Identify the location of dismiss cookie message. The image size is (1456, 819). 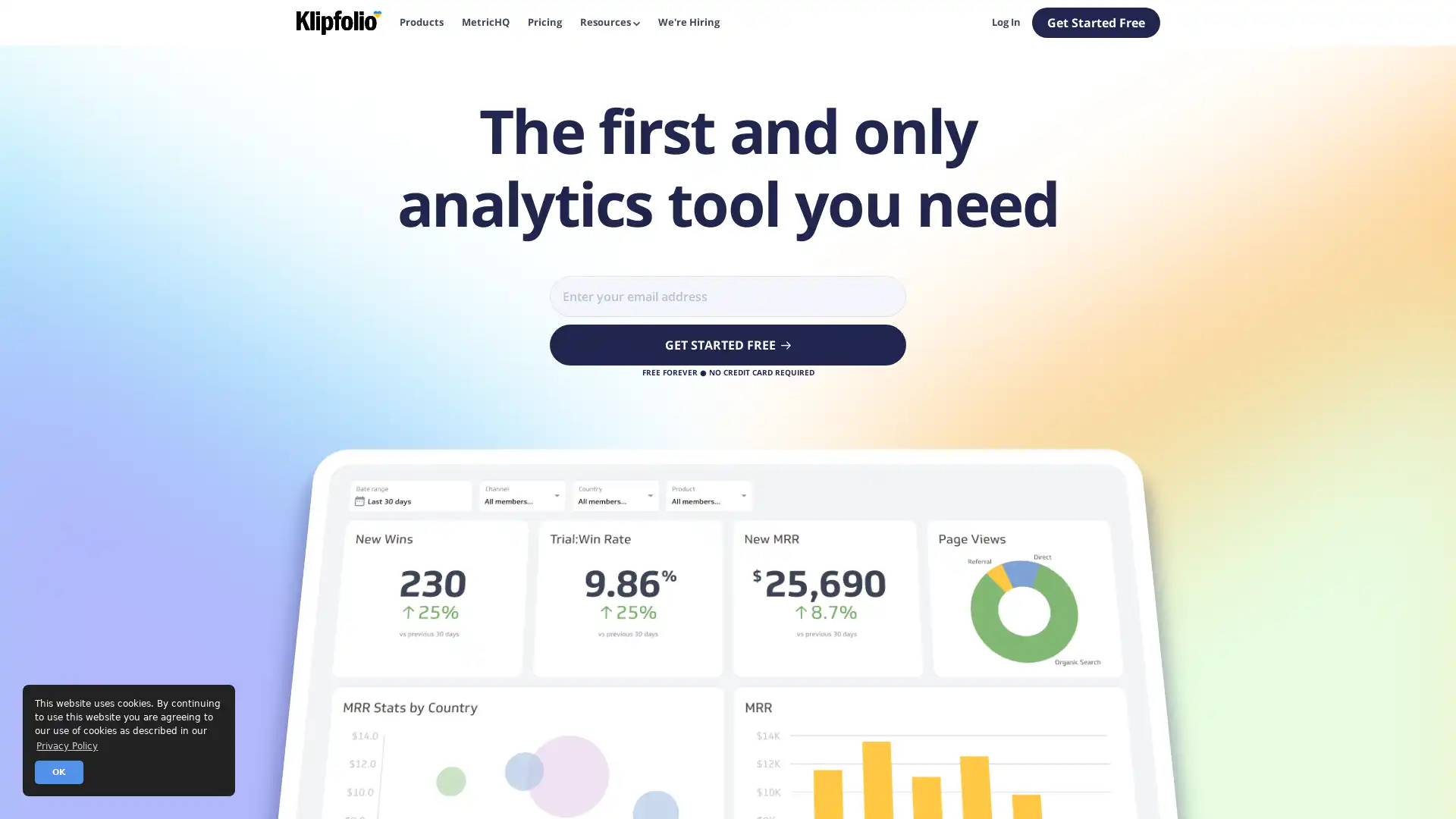
(58, 772).